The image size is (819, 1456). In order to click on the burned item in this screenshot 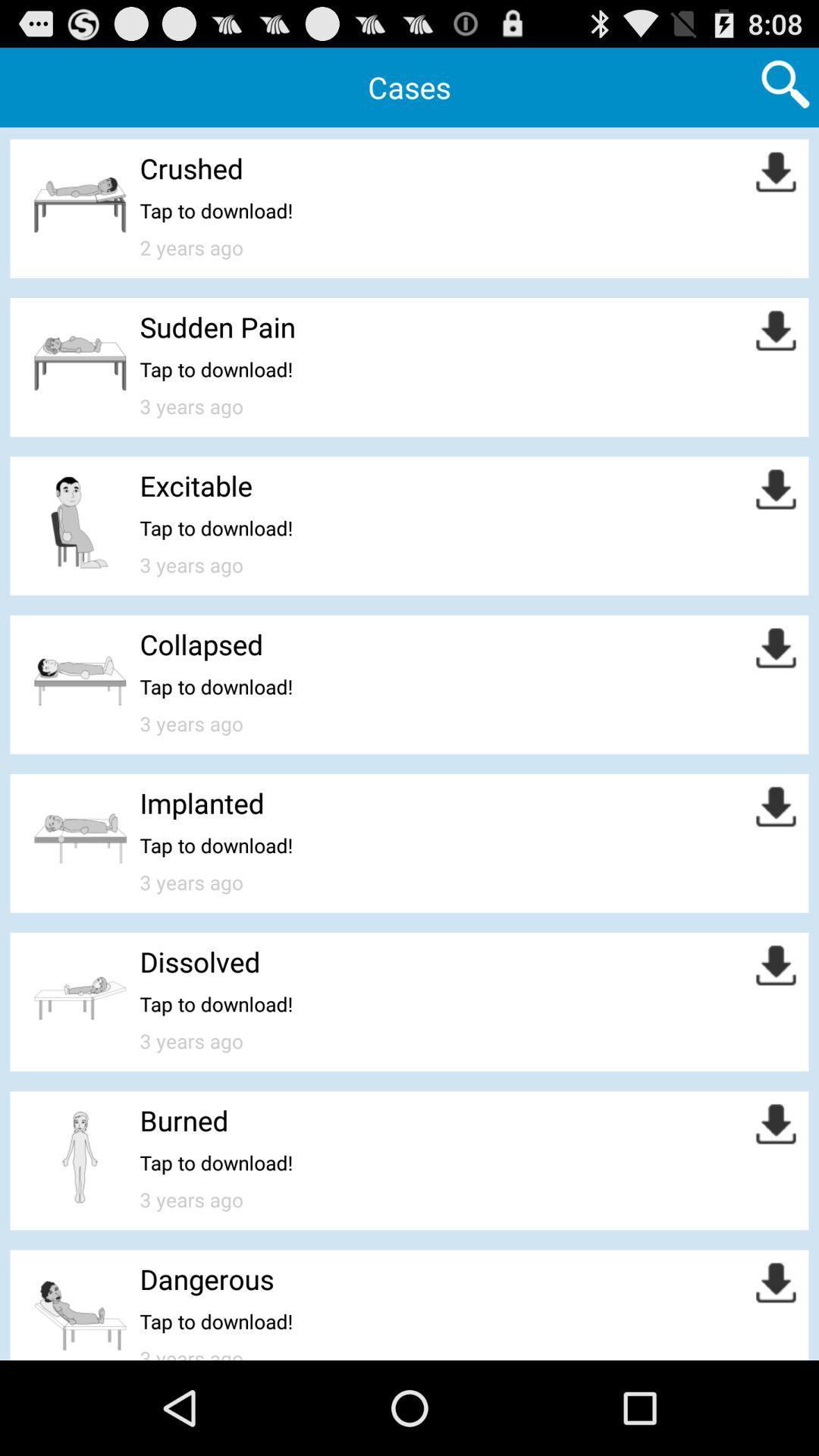, I will do `click(184, 1120)`.